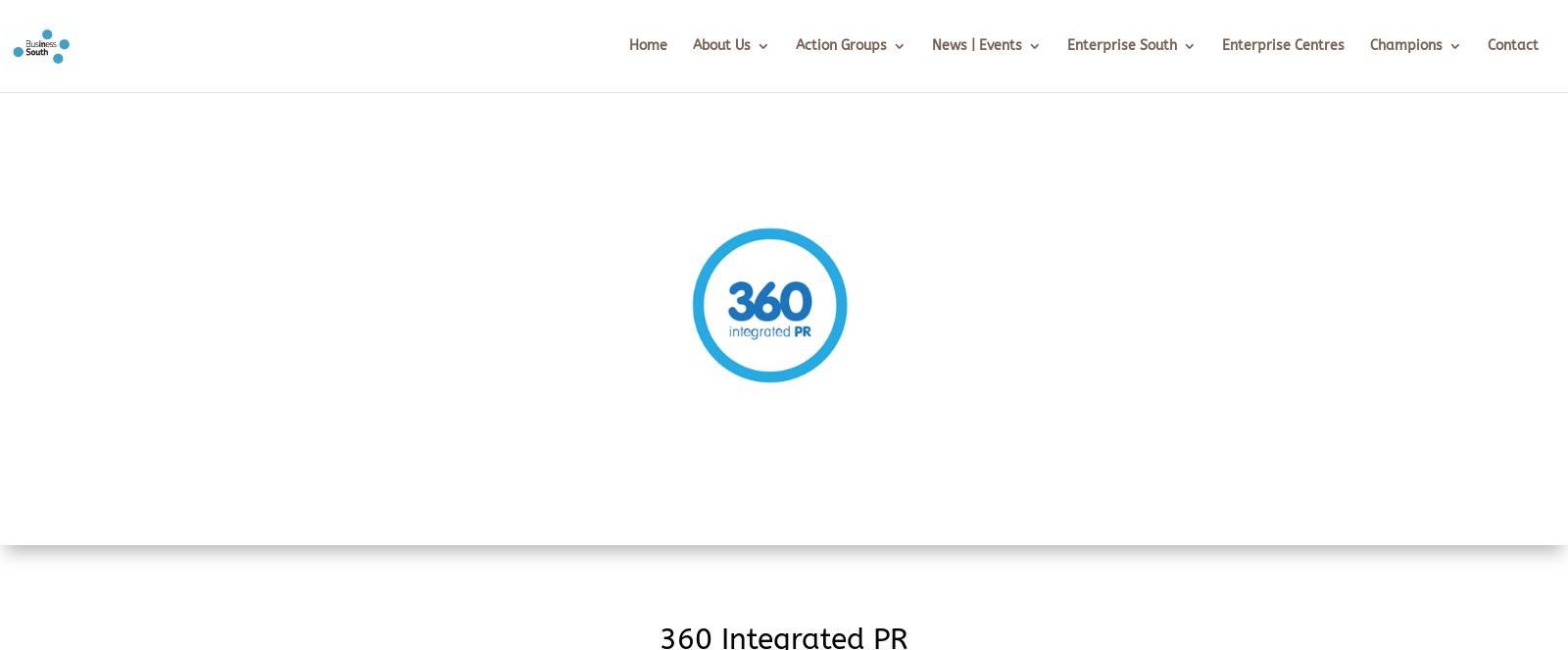 This screenshot has height=650, width=1568. What do you see at coordinates (771, 199) in the screenshot?
I see `'What we do'` at bounding box center [771, 199].